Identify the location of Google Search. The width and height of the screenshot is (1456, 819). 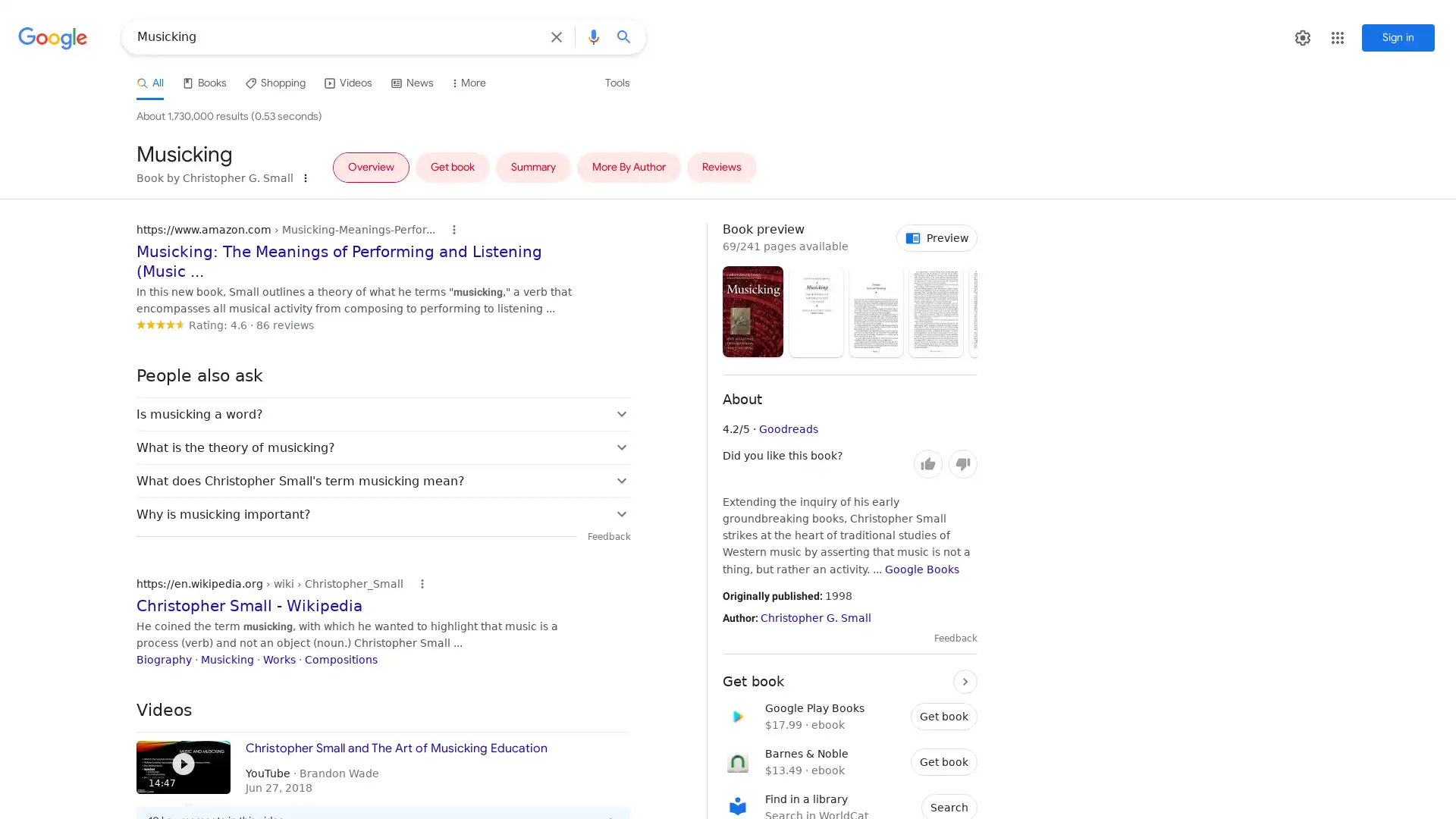
(629, 36).